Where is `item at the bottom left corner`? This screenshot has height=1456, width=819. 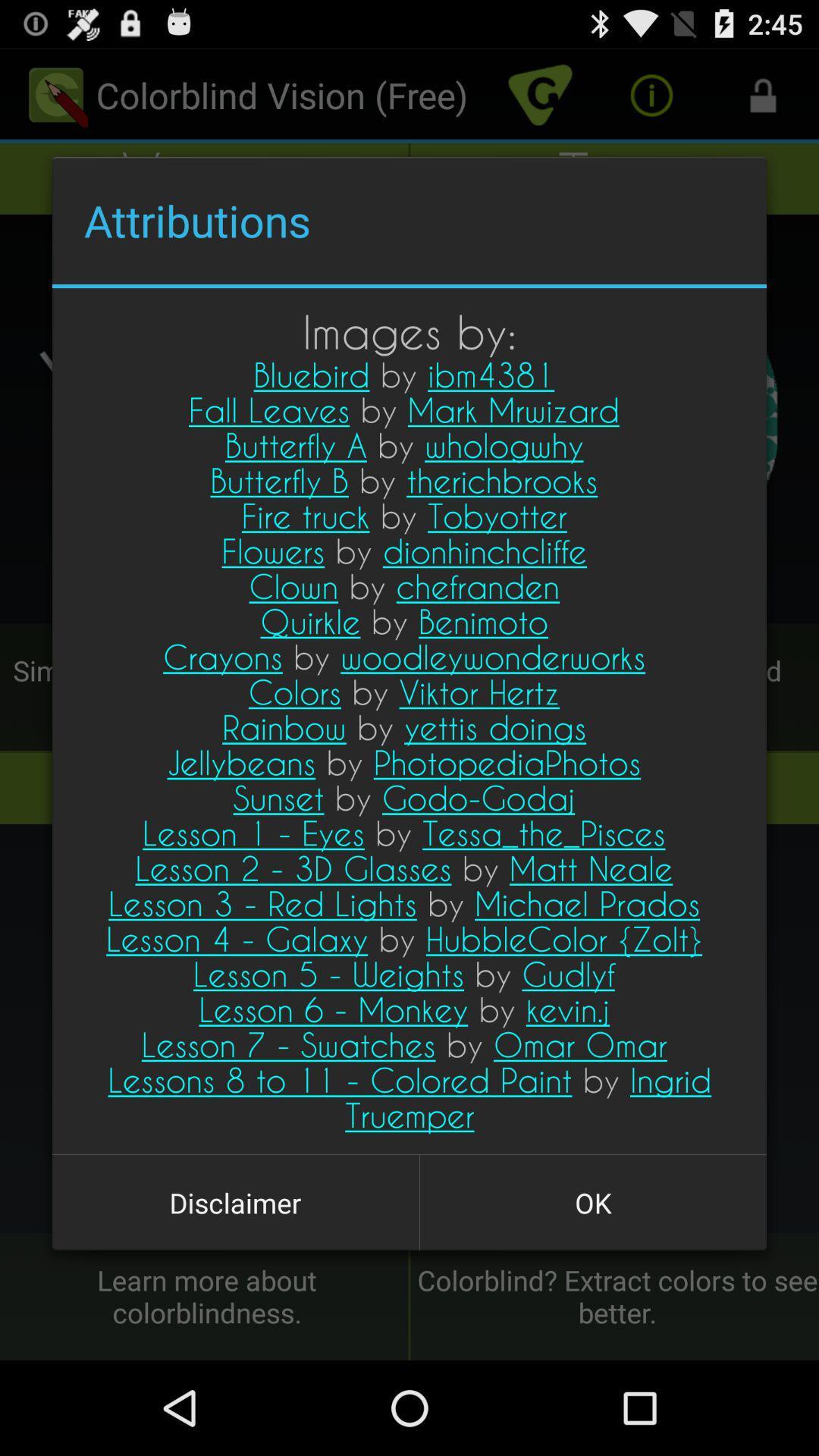 item at the bottom left corner is located at coordinates (235, 1202).